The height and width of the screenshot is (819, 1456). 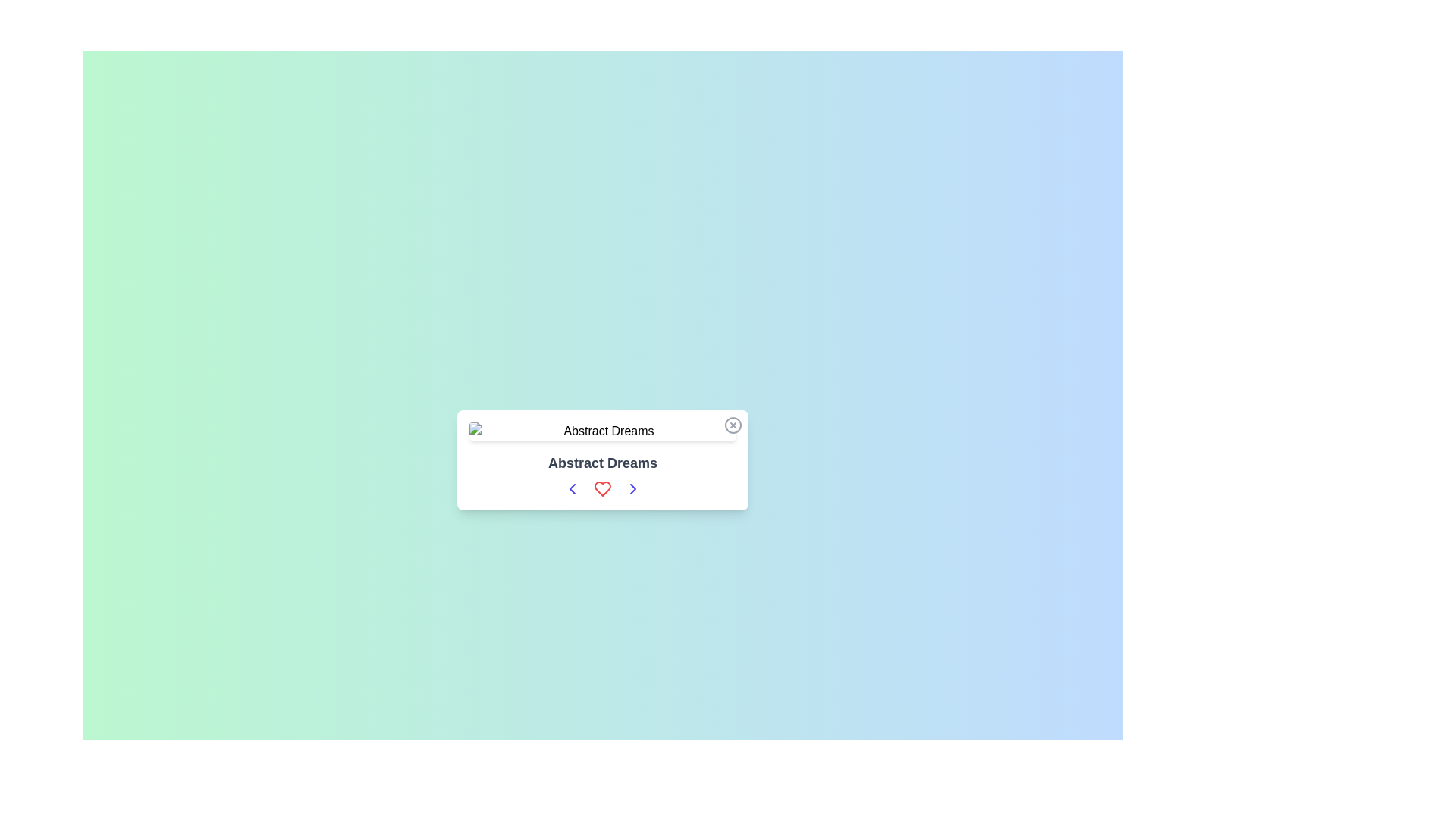 What do you see at coordinates (602, 462) in the screenshot?
I see `the text label header titled 'Abstract Dreams', which is centrally positioned above a row of interactive icons` at bounding box center [602, 462].